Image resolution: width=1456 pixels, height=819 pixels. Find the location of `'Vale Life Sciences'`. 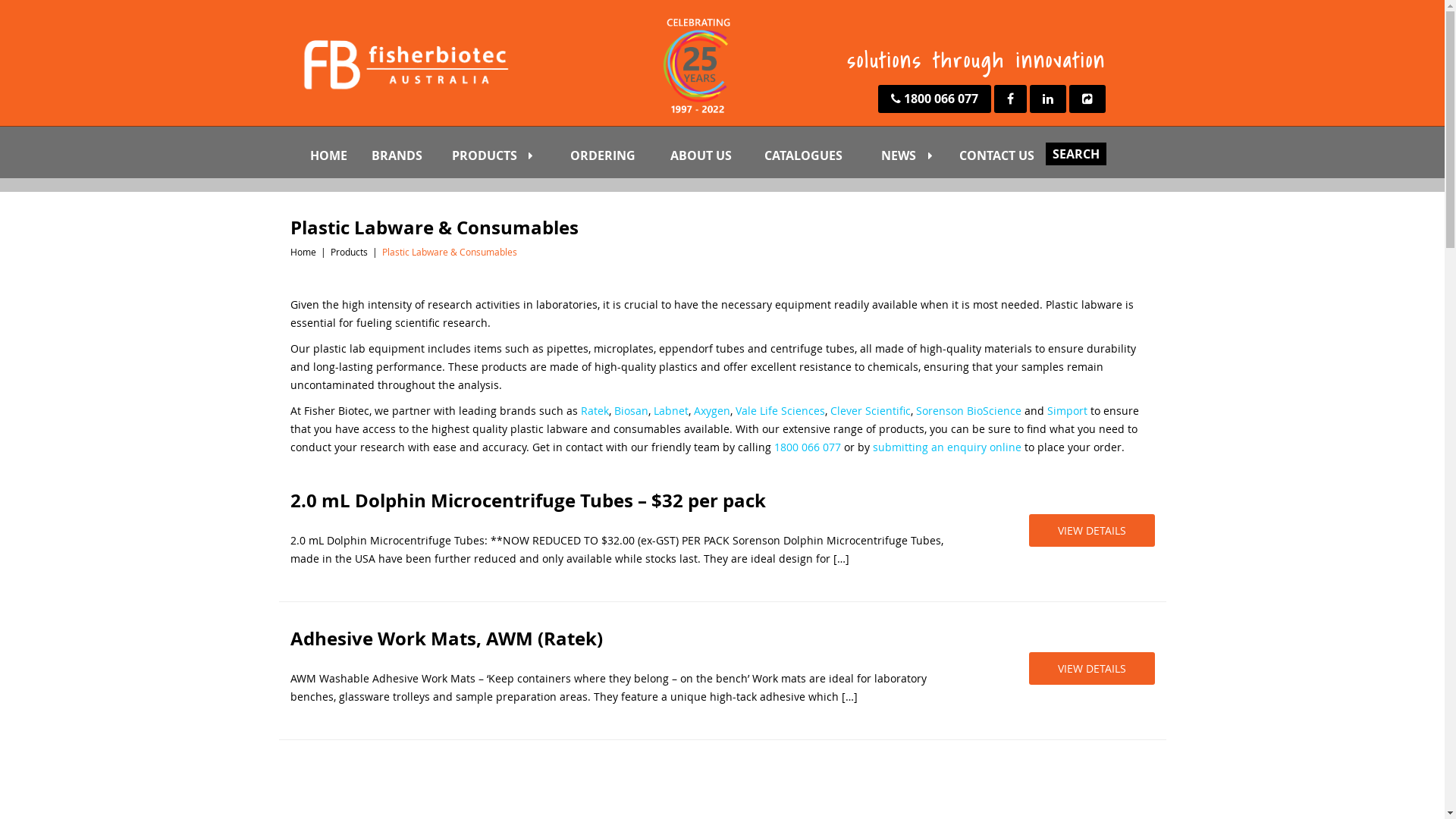

'Vale Life Sciences' is located at coordinates (780, 410).